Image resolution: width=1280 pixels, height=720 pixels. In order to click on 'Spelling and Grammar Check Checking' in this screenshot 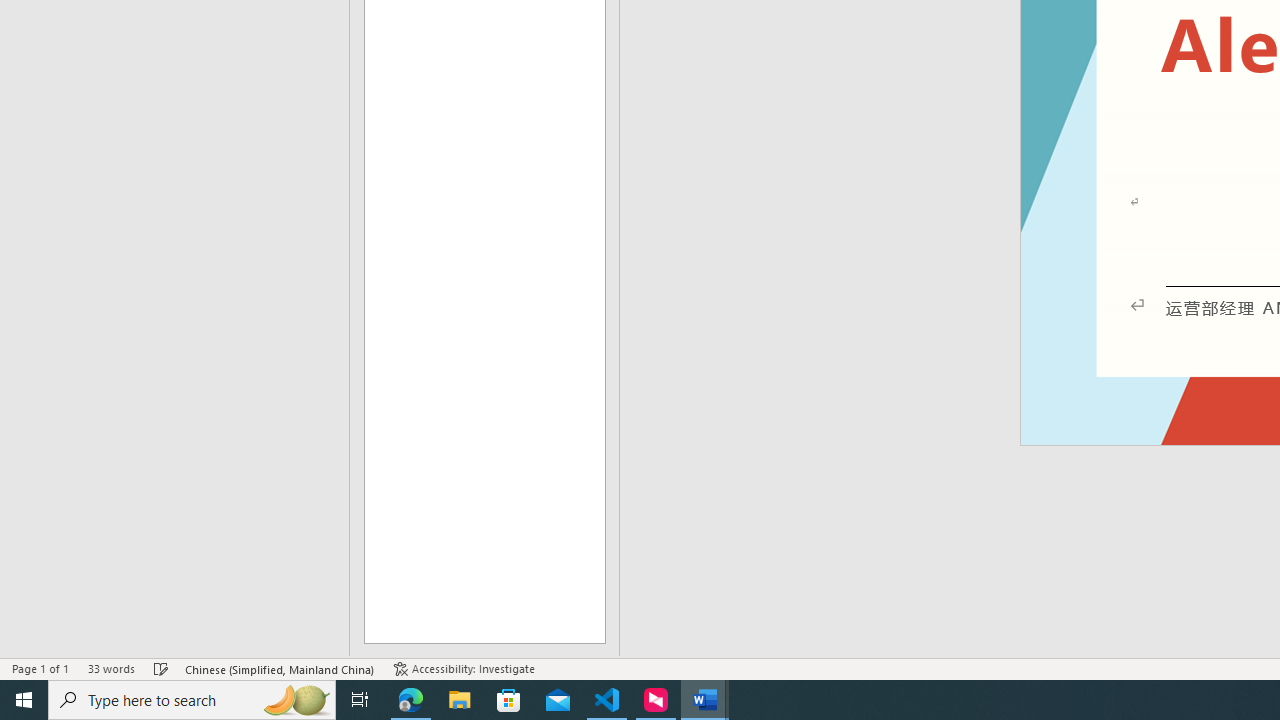, I will do `click(161, 669)`.